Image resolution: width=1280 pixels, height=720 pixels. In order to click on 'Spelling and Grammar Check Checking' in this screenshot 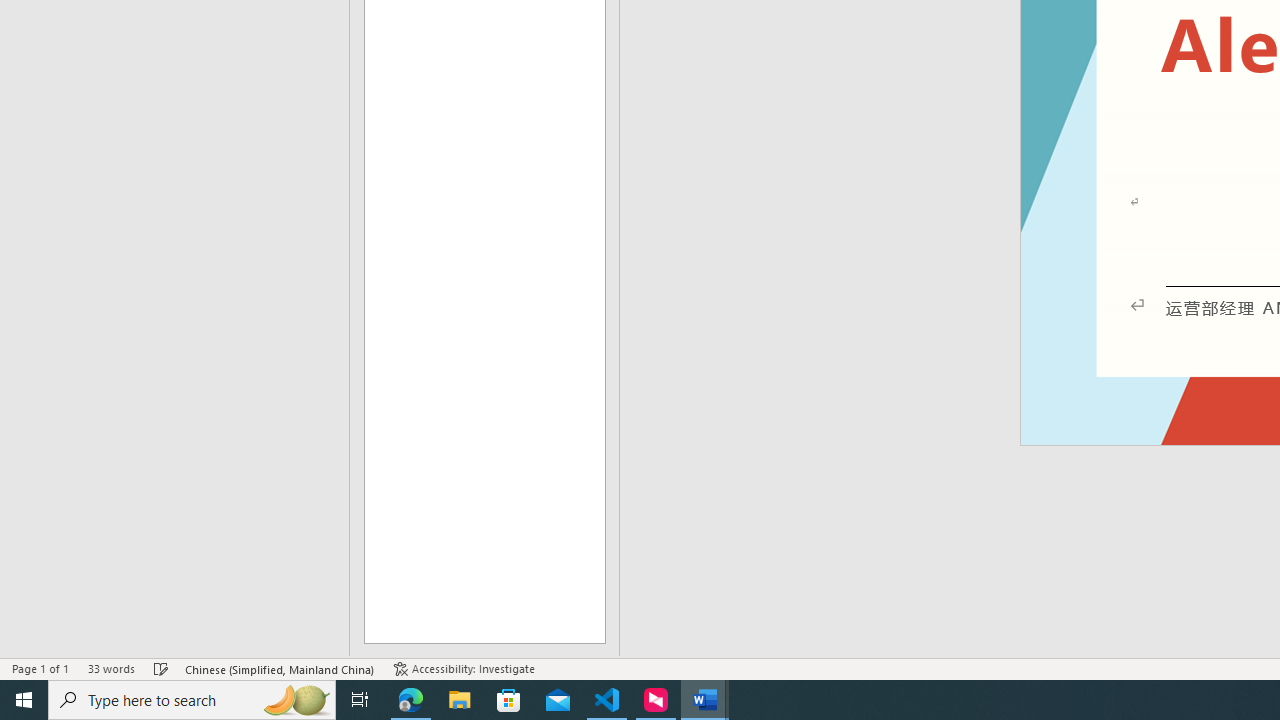, I will do `click(161, 669)`.